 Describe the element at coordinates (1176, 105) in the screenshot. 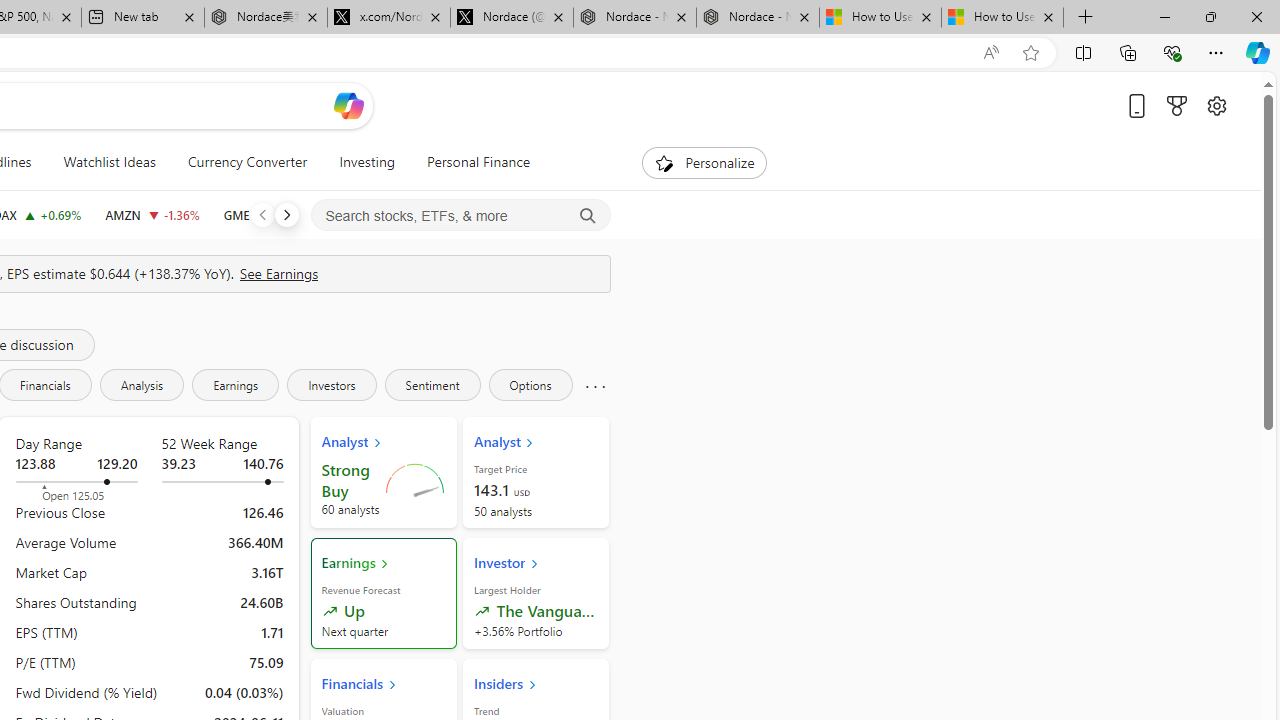

I see `'Microsoft rewards'` at that location.